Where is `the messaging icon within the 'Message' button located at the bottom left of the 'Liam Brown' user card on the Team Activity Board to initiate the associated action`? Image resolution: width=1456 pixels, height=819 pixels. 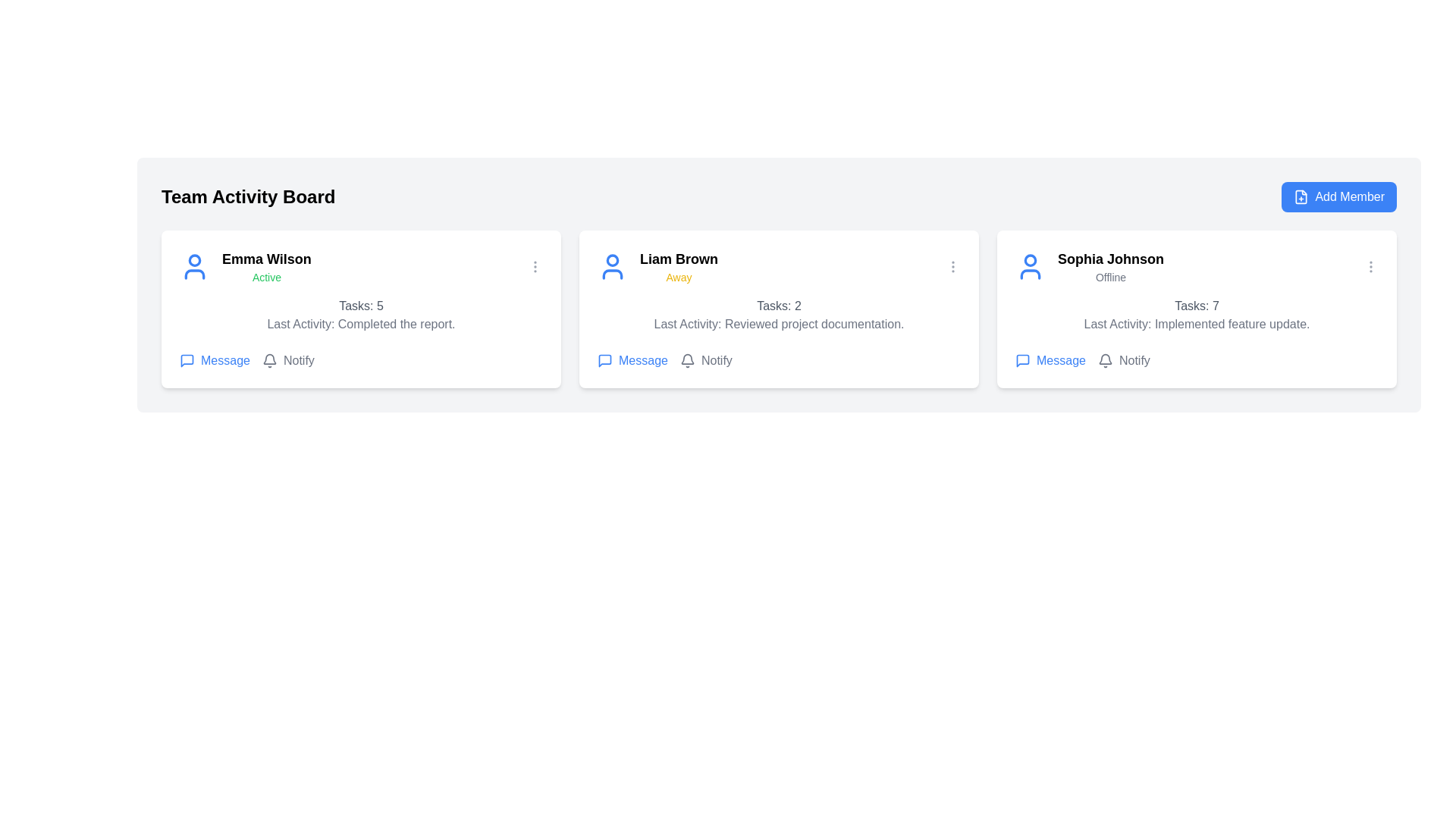 the messaging icon within the 'Message' button located at the bottom left of the 'Liam Brown' user card on the Team Activity Board to initiate the associated action is located at coordinates (604, 360).